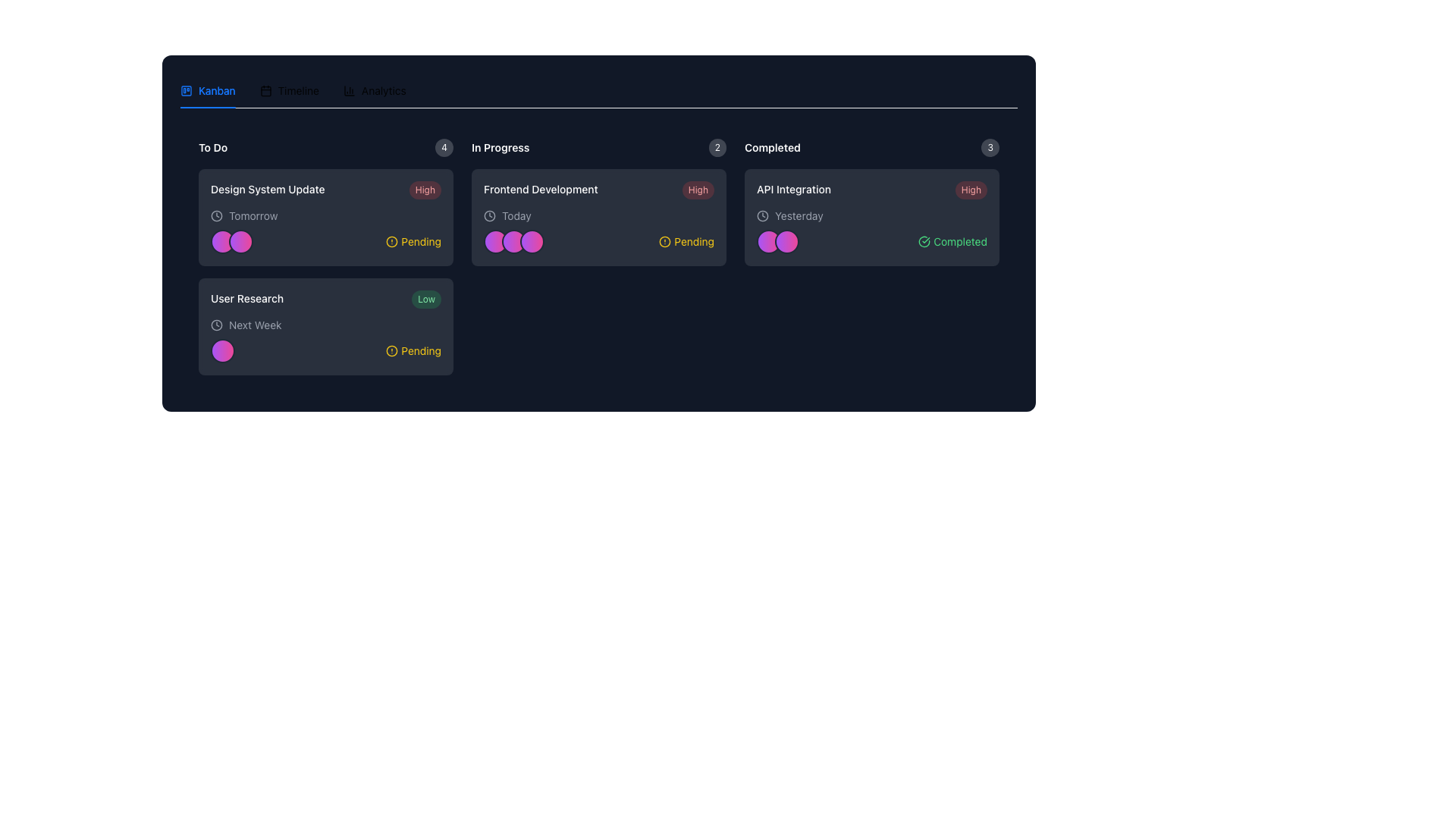 This screenshot has height=819, width=1456. Describe the element at coordinates (924, 241) in the screenshot. I see `the completion status icon located in the 'Completed' section, adjacent to the 'Completed' text label` at that location.